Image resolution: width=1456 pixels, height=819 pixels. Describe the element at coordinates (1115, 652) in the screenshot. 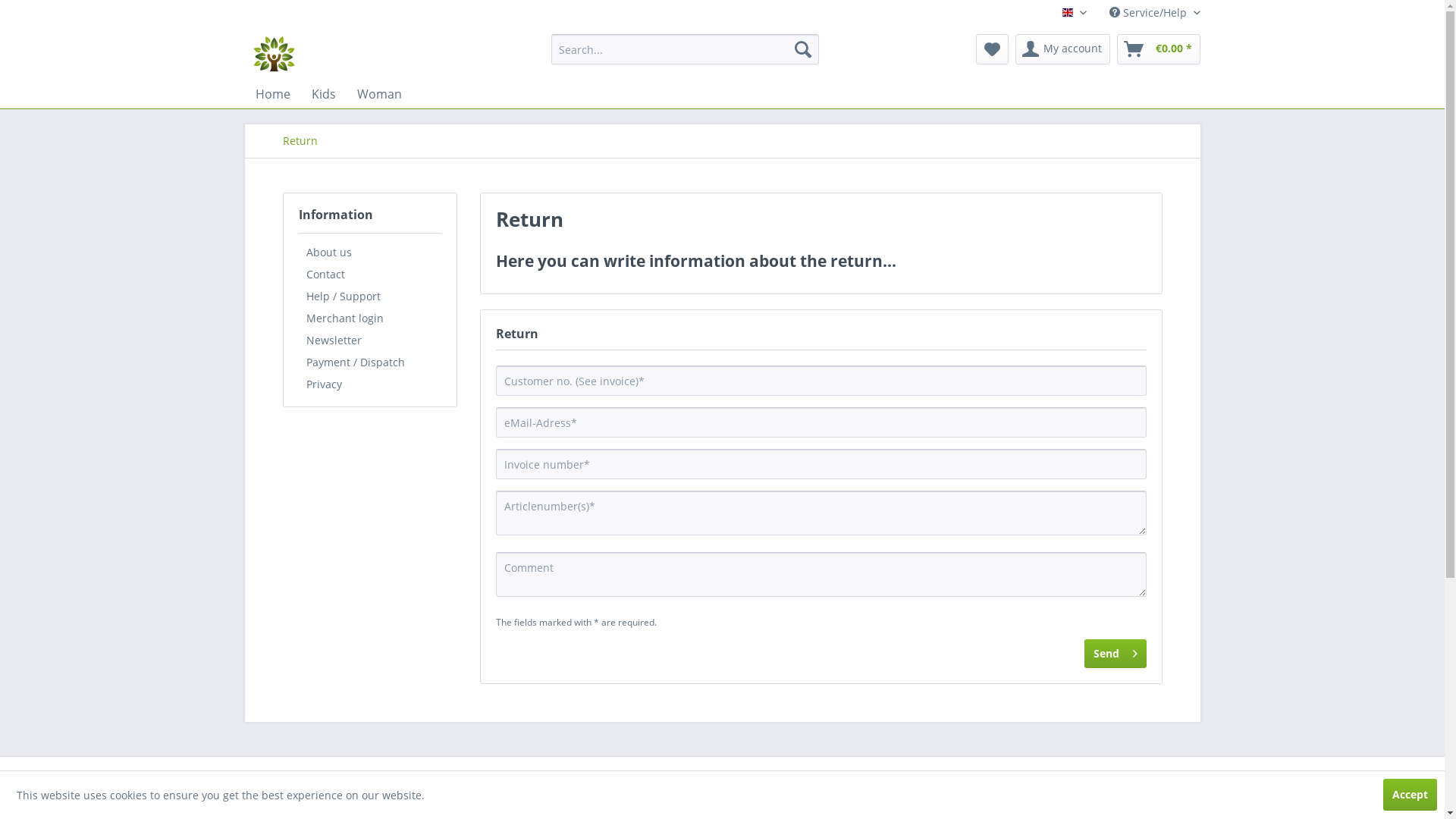

I see `'Send'` at that location.